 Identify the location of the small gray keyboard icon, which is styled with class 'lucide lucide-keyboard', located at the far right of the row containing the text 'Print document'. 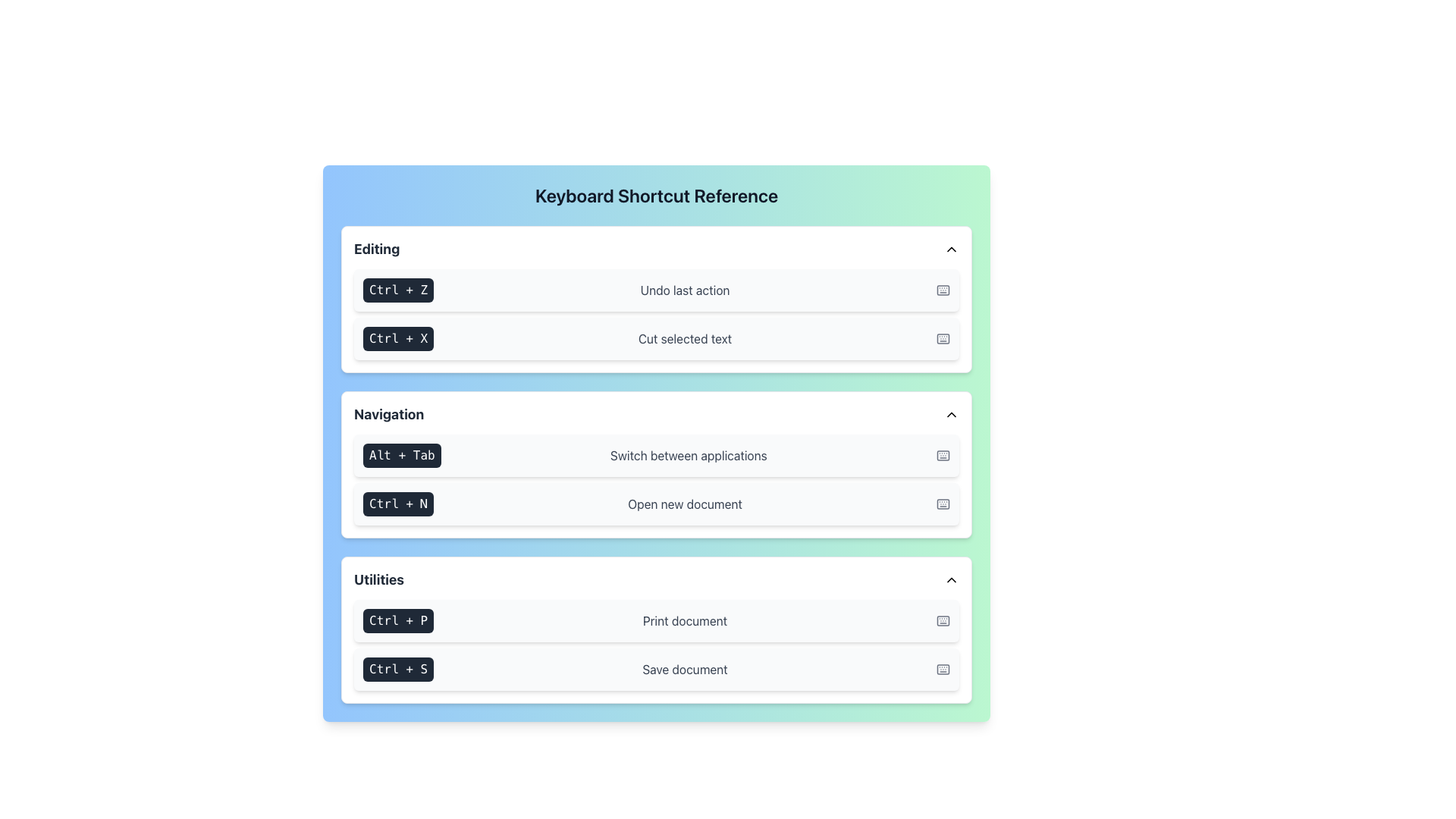
(942, 620).